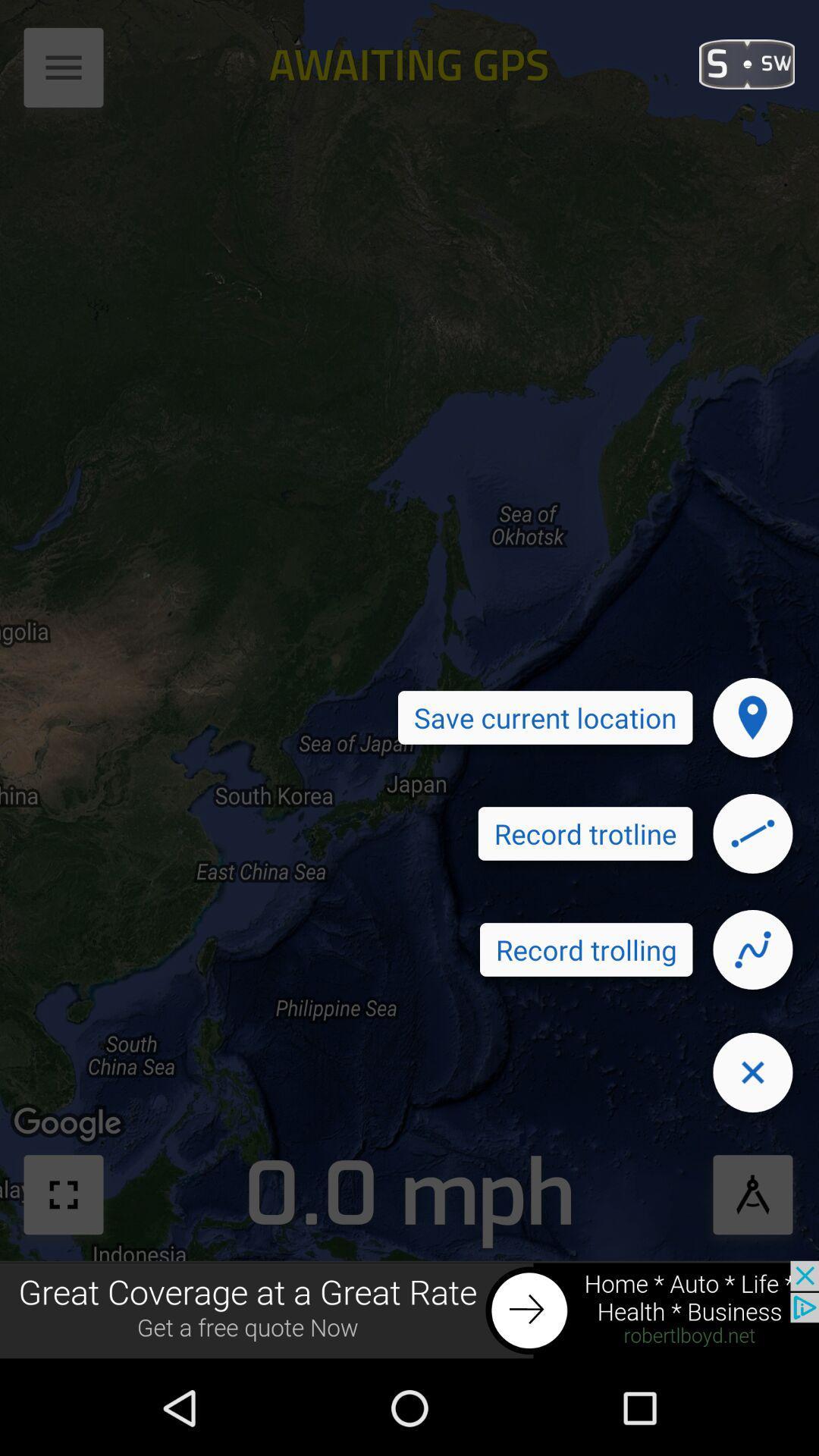 This screenshot has width=819, height=1456. What do you see at coordinates (752, 717) in the screenshot?
I see `the location icon` at bounding box center [752, 717].